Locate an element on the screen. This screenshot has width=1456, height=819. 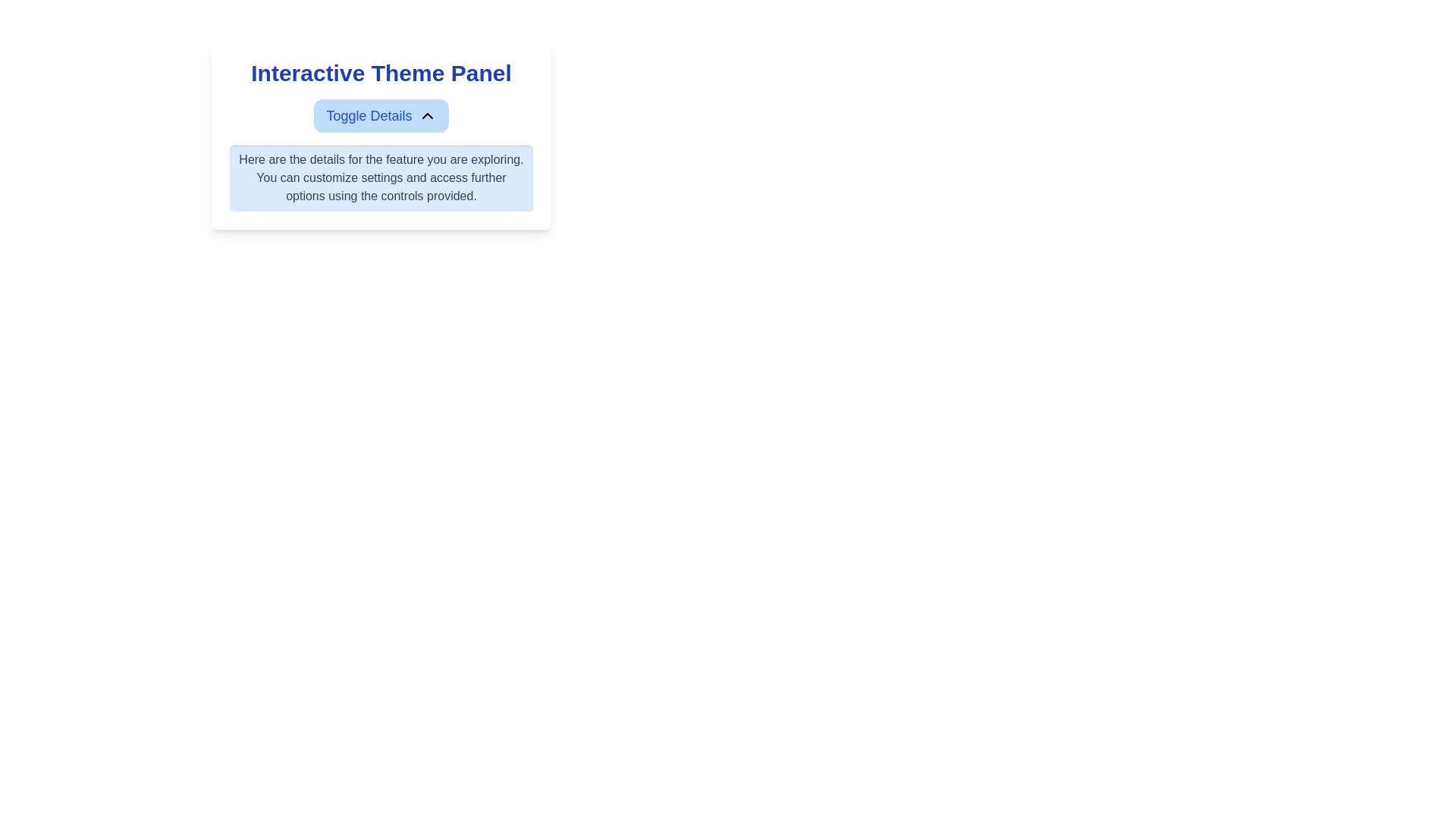
the informational text box that provides specific details about a feature, located below the 'Toggle Details' button is located at coordinates (381, 177).